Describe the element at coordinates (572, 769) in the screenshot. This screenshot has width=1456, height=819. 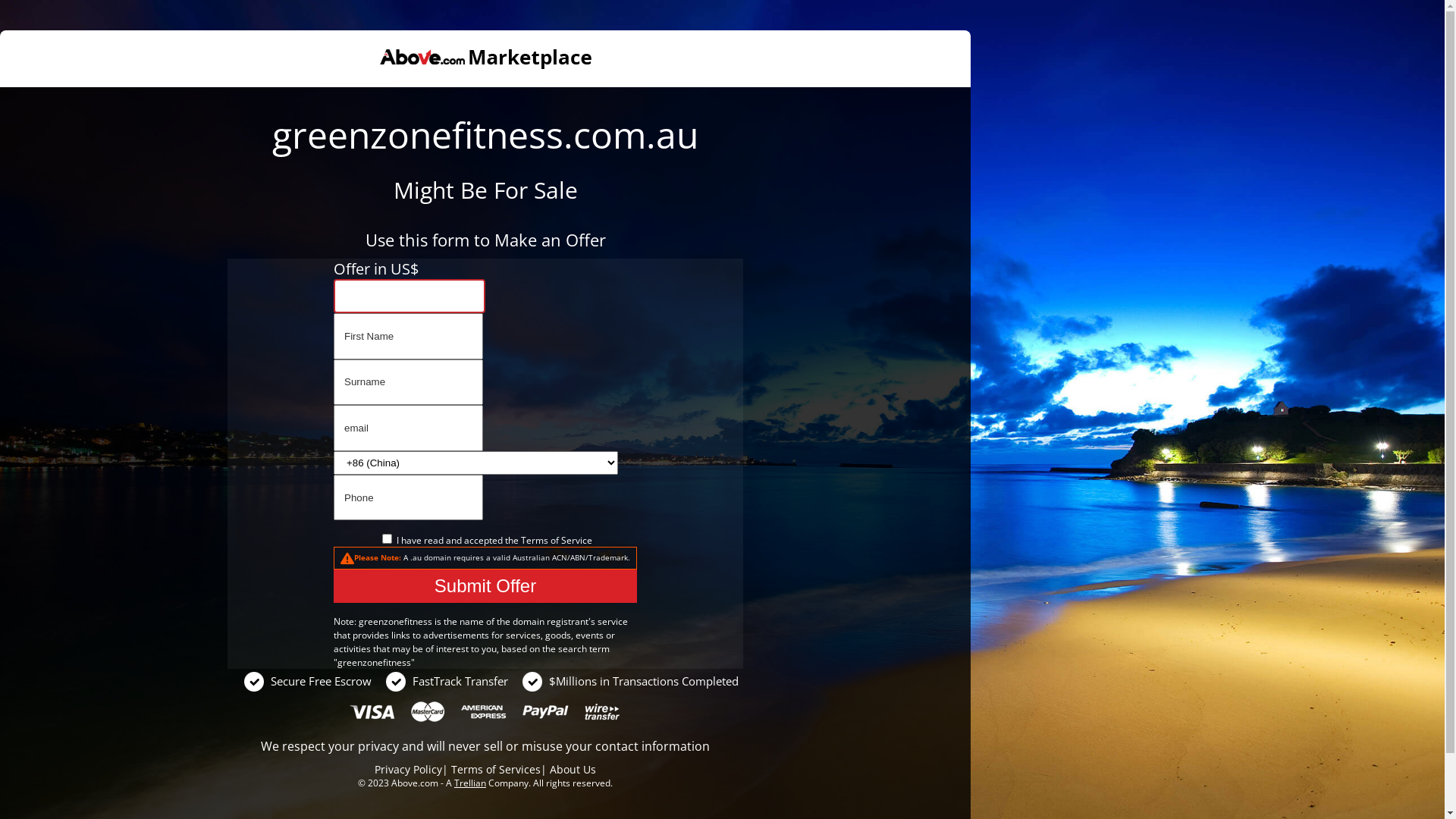
I see `'About Us'` at that location.